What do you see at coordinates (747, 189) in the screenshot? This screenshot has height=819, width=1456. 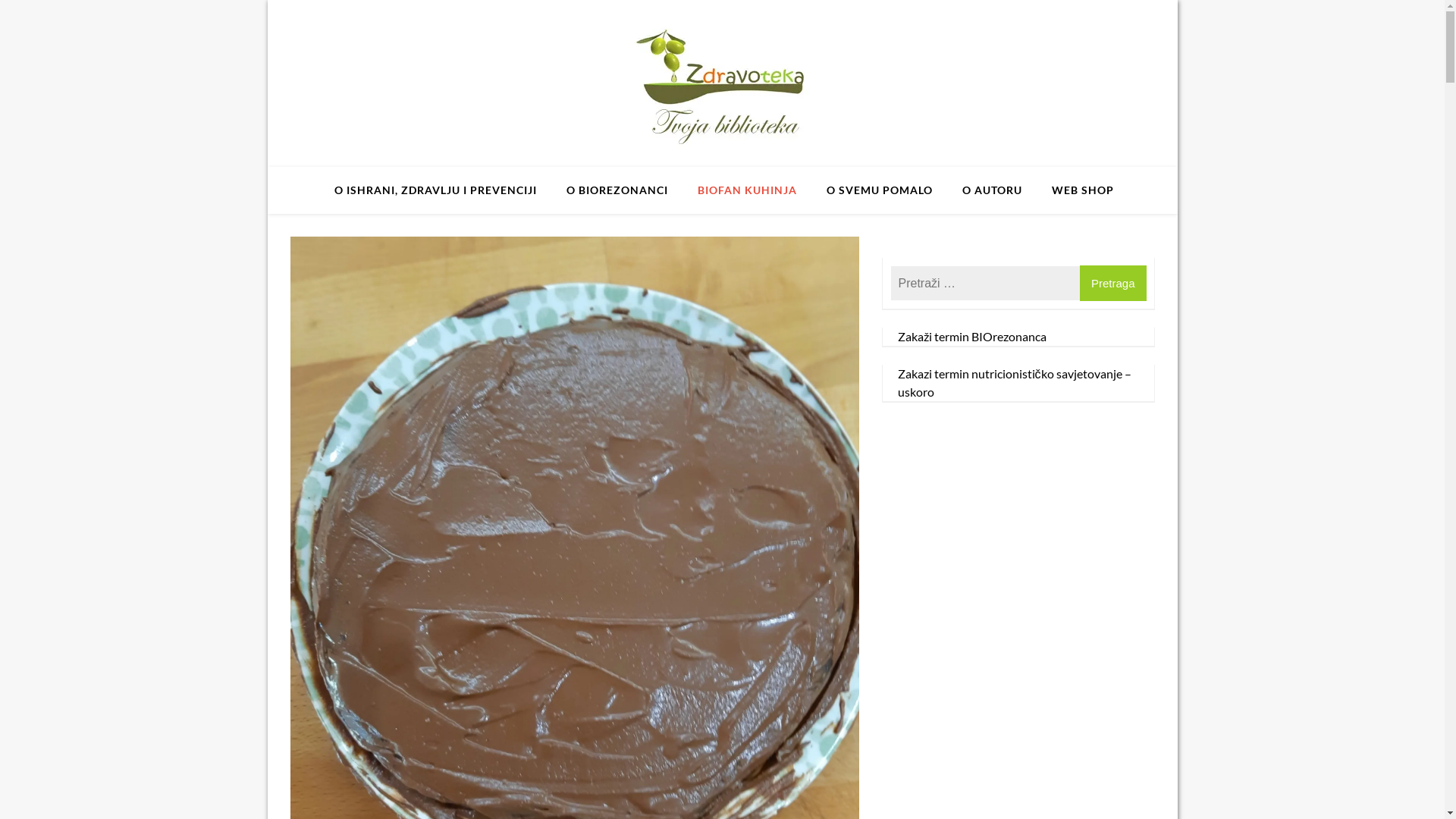 I see `'BIOFAN KUHINJA'` at bounding box center [747, 189].